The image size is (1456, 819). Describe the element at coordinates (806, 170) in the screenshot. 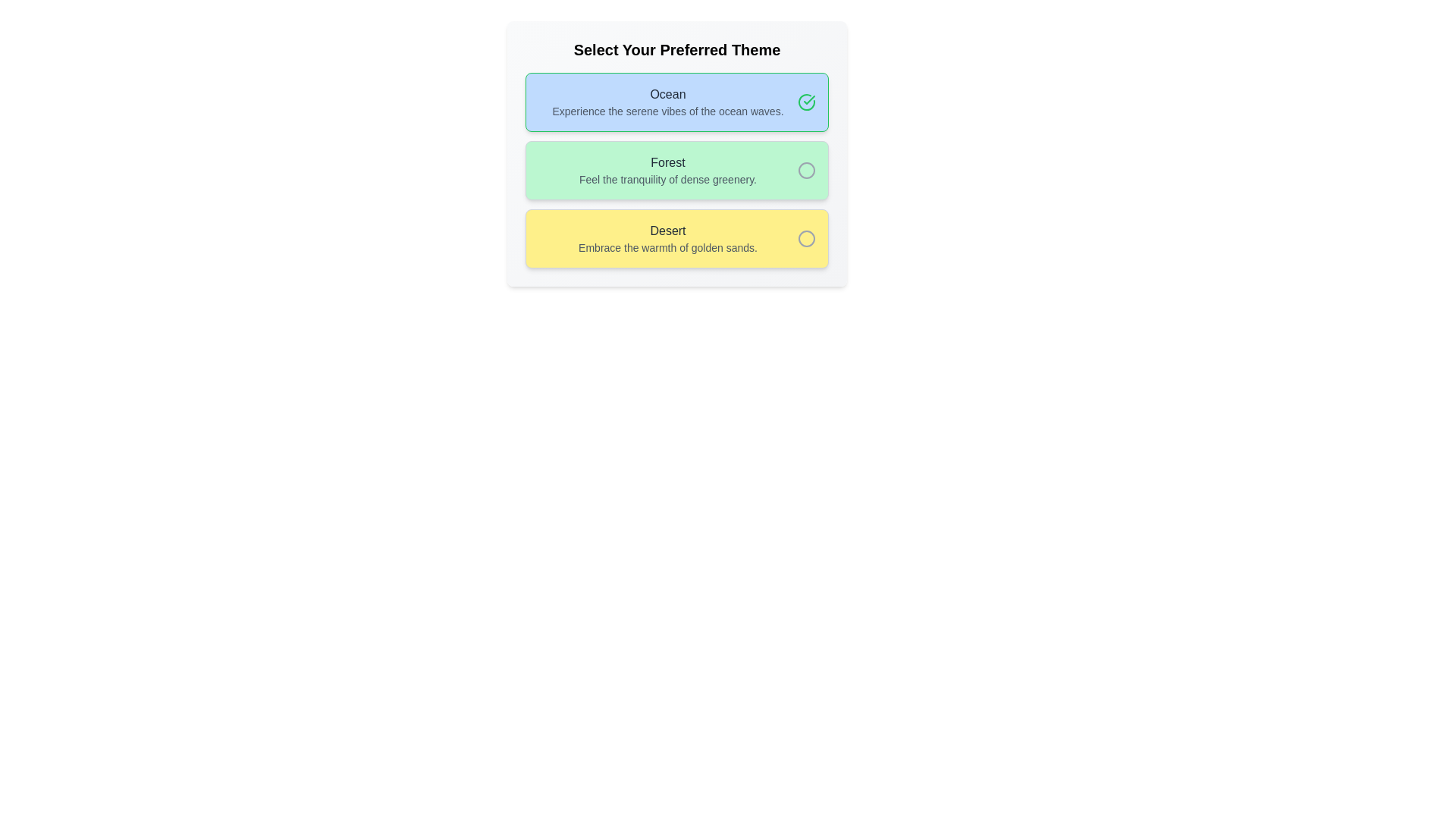

I see `the radio button indicating the selection state of the 'Forest' theme within the option group` at that location.